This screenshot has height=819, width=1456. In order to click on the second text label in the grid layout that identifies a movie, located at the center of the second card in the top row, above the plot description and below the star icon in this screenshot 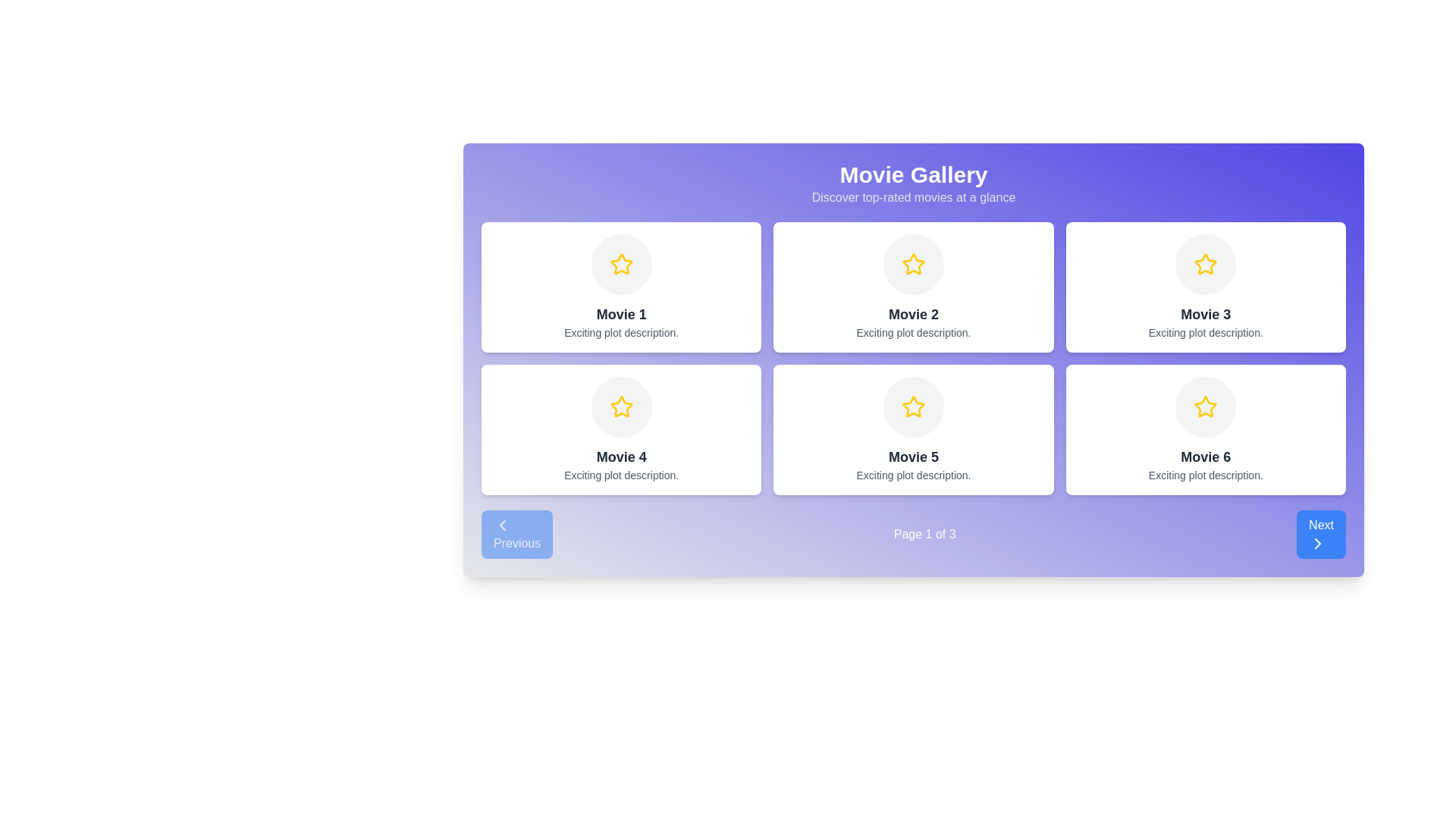, I will do `click(912, 314)`.